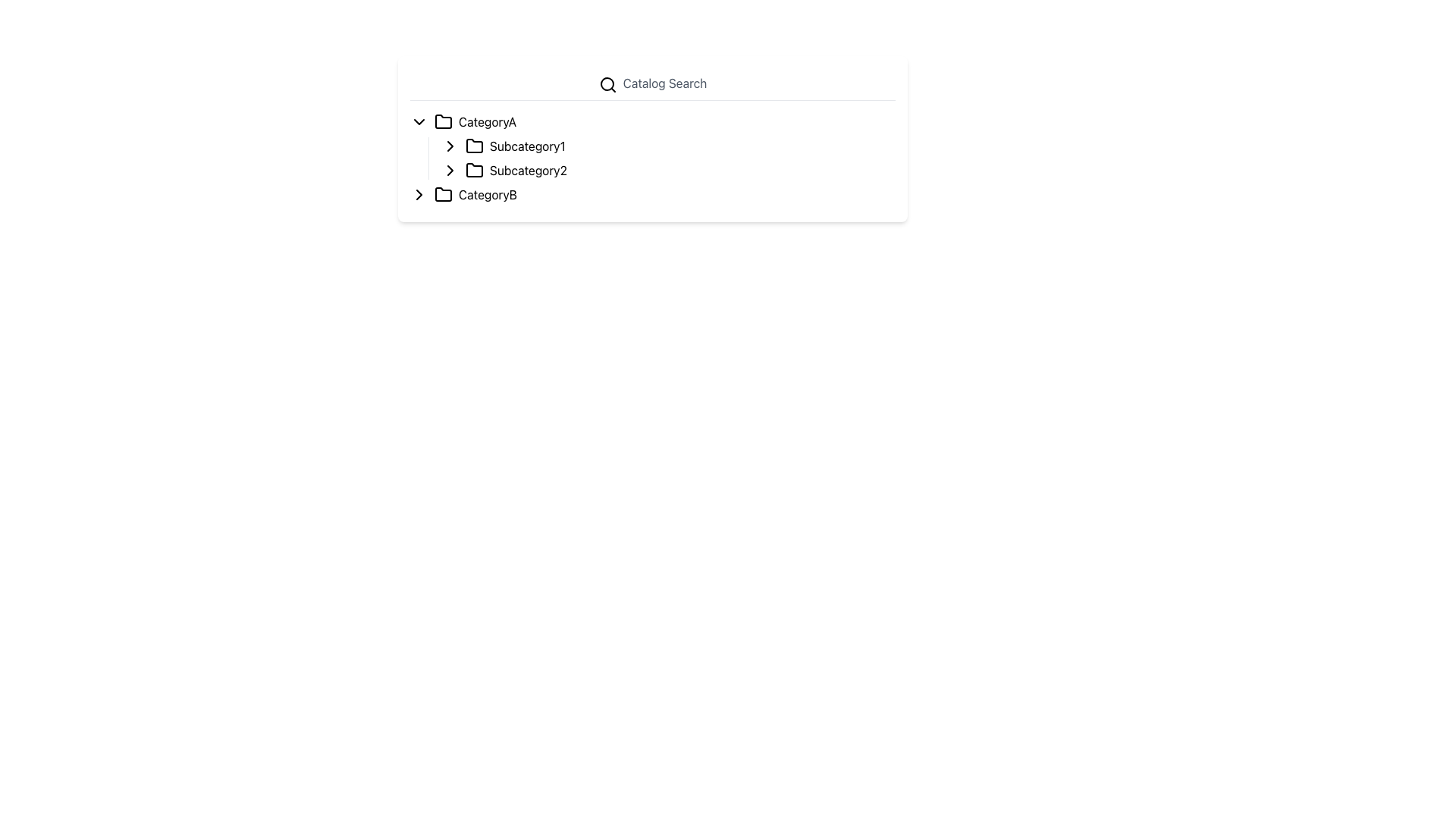  What do you see at coordinates (450, 146) in the screenshot?
I see `the rightward-pointing chevron icon located to the left of the text label 'Subcategory1'` at bounding box center [450, 146].